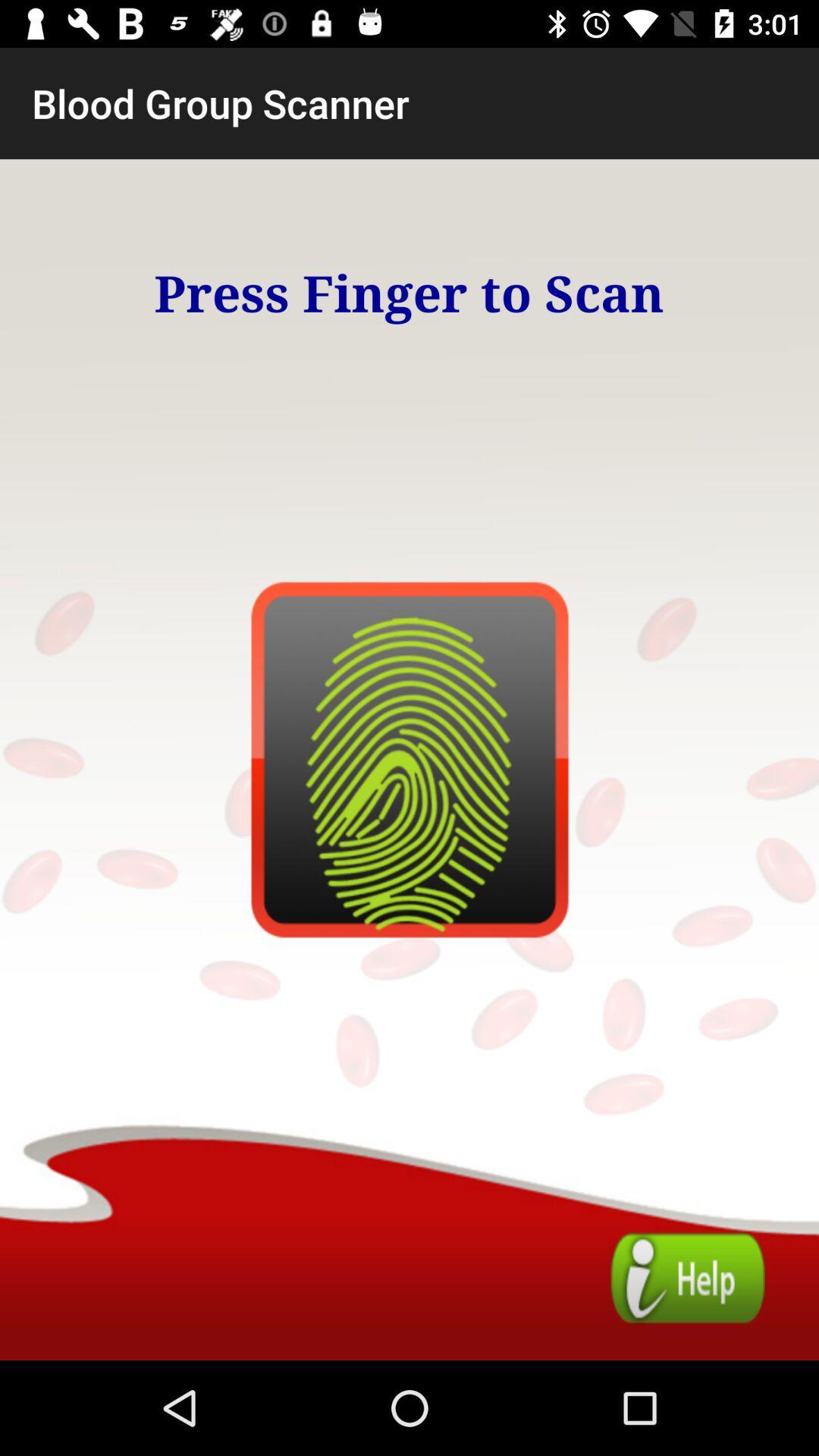 The height and width of the screenshot is (1456, 819). Describe the element at coordinates (688, 1277) in the screenshot. I see `guide` at that location.